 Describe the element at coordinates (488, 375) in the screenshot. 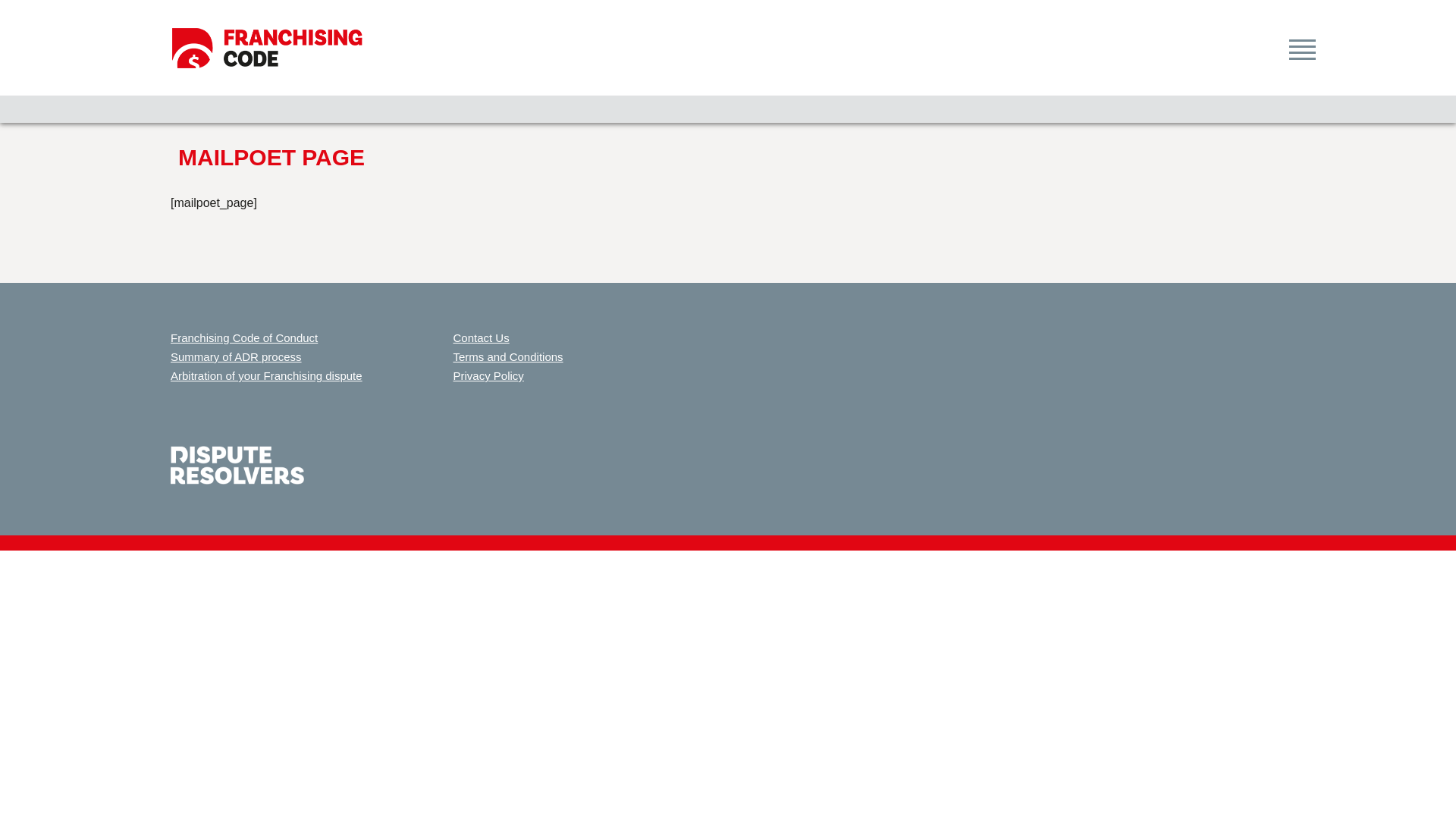

I see `'Privacy Policy'` at that location.